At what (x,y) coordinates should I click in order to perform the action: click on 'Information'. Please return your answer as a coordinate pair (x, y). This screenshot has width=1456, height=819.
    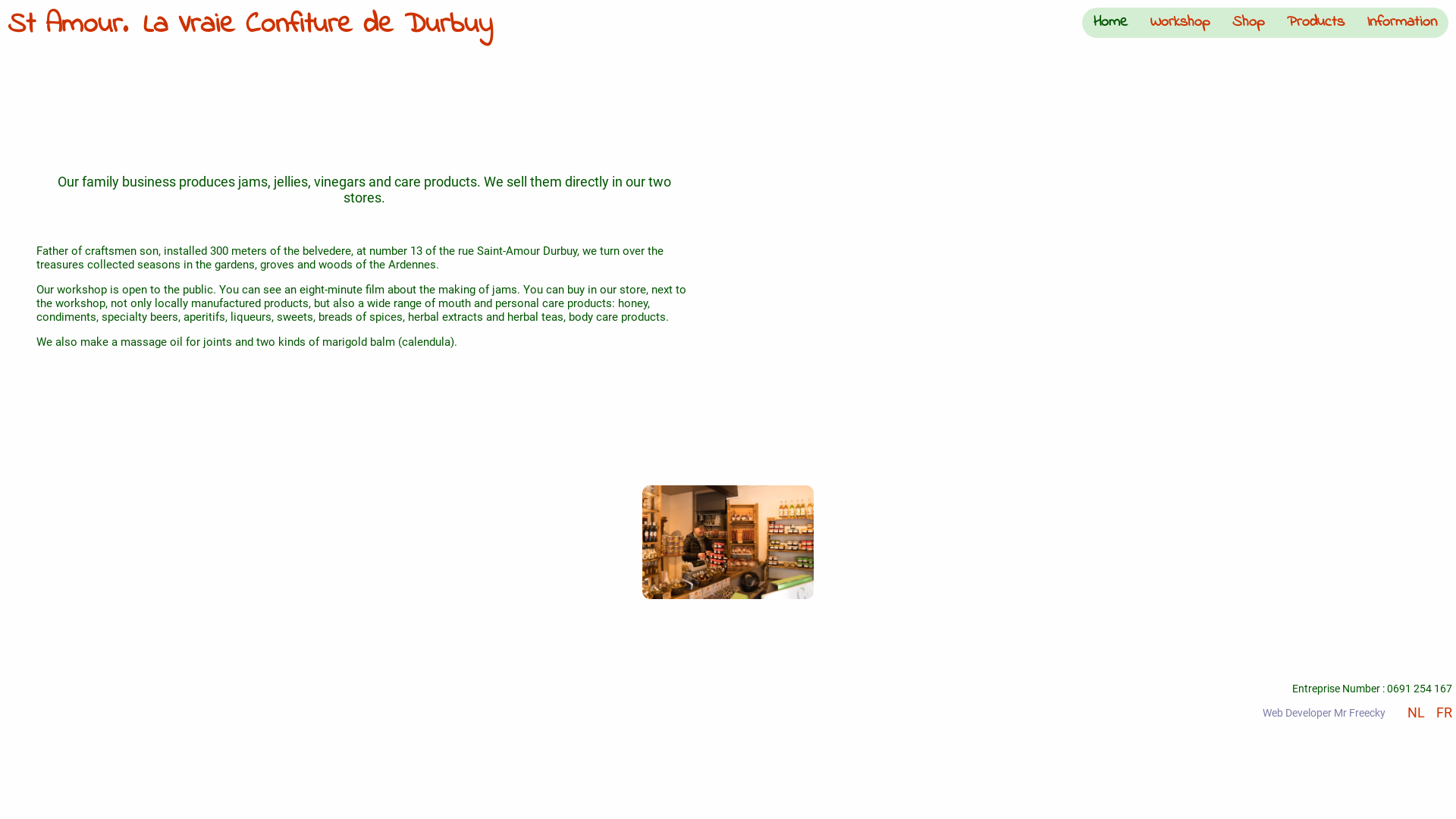
    Looking at the image, I should click on (1401, 22).